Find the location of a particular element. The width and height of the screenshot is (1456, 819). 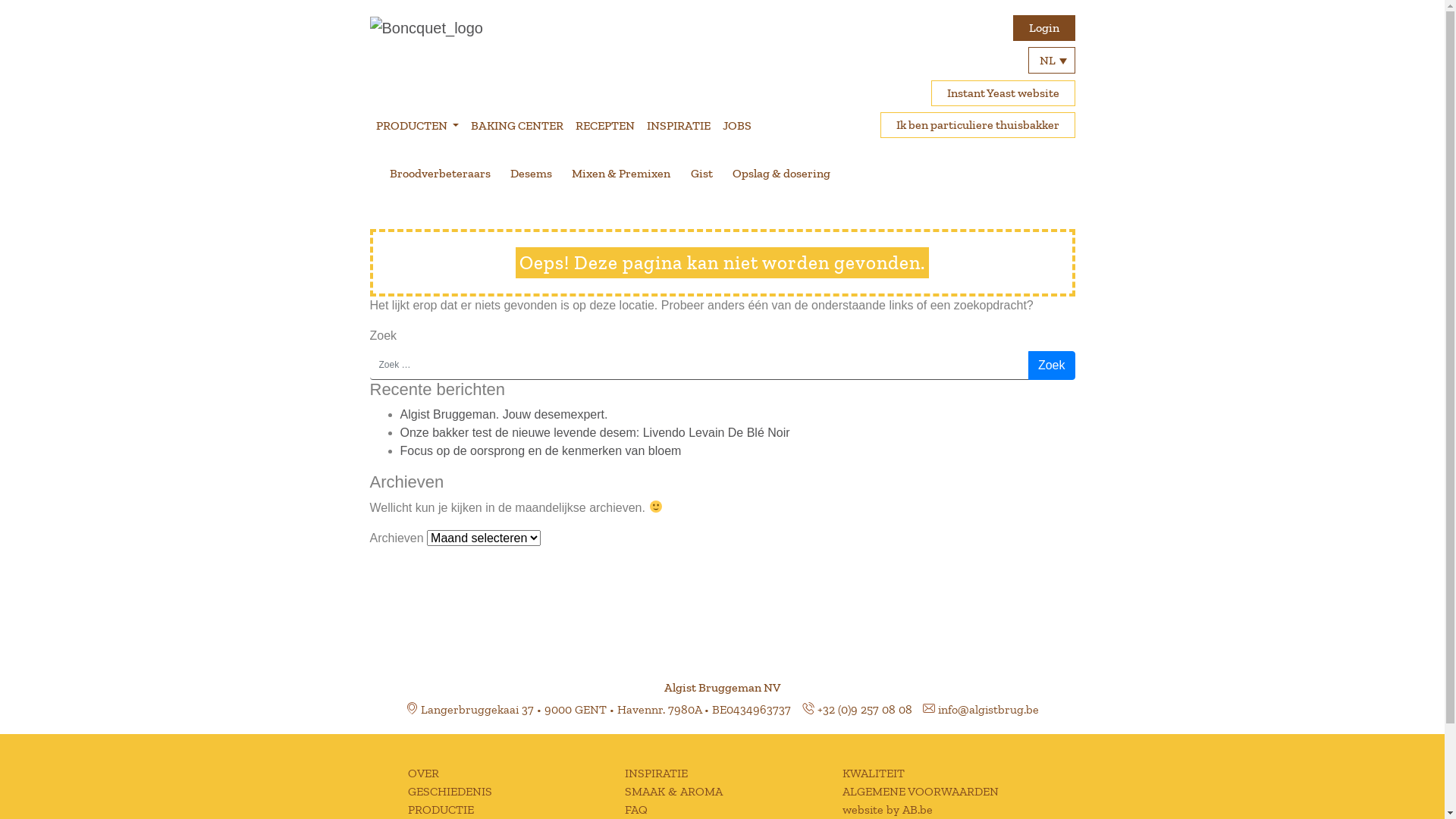

'INSPIRATIE' is located at coordinates (677, 124).